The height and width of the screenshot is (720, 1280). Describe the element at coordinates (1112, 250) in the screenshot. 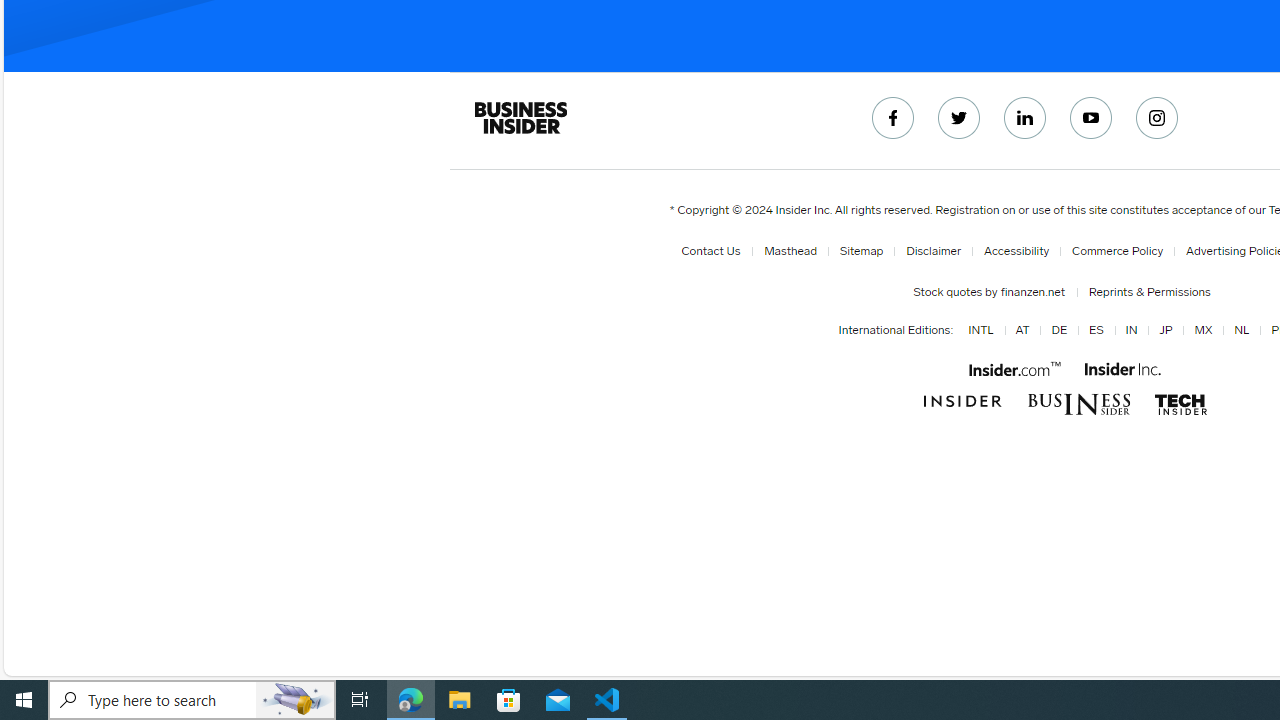

I see `'Commerce Policy'` at that location.